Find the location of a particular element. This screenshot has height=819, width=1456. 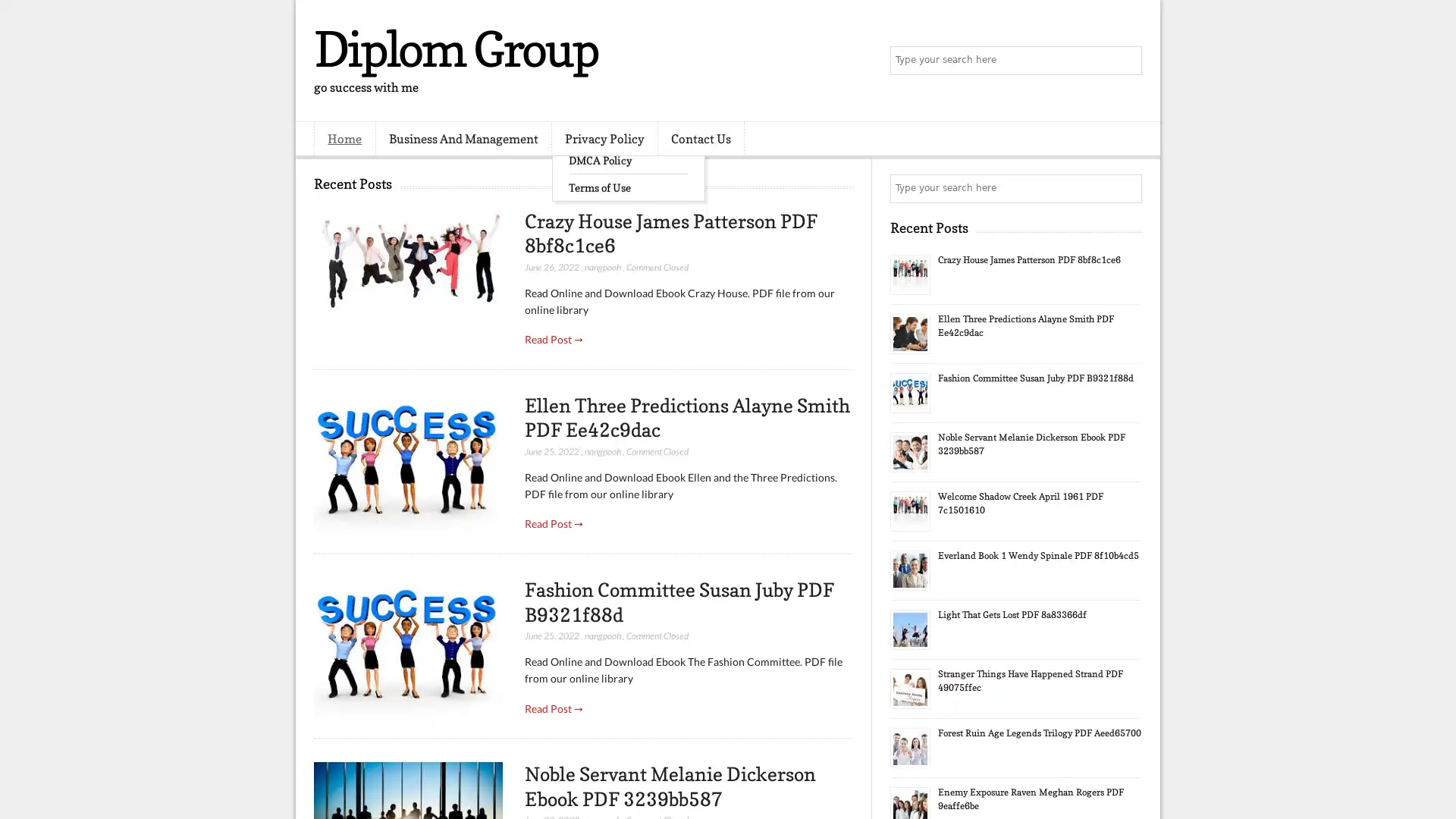

Search is located at coordinates (1126, 61).